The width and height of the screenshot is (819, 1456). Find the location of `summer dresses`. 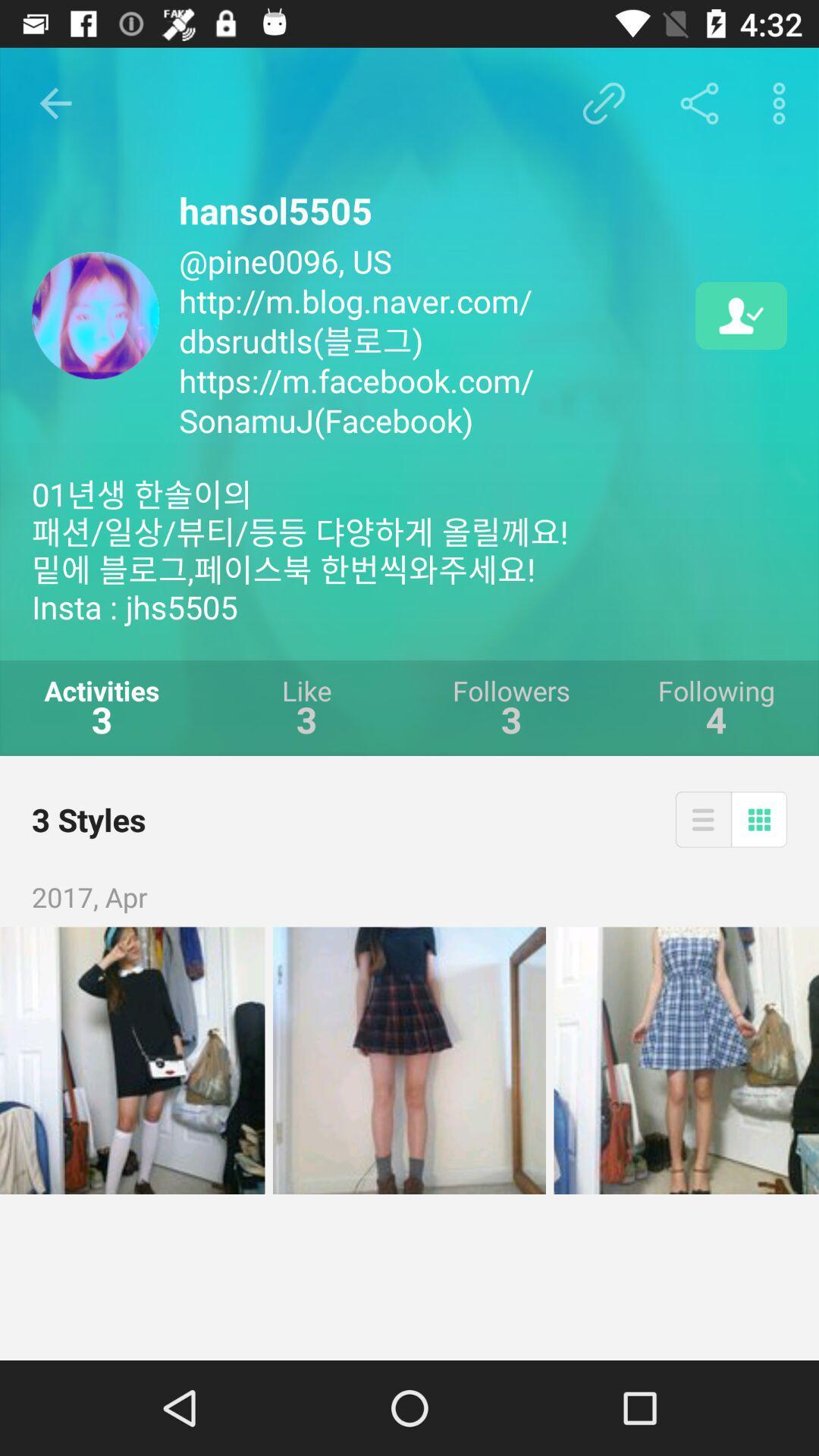

summer dresses is located at coordinates (686, 1059).